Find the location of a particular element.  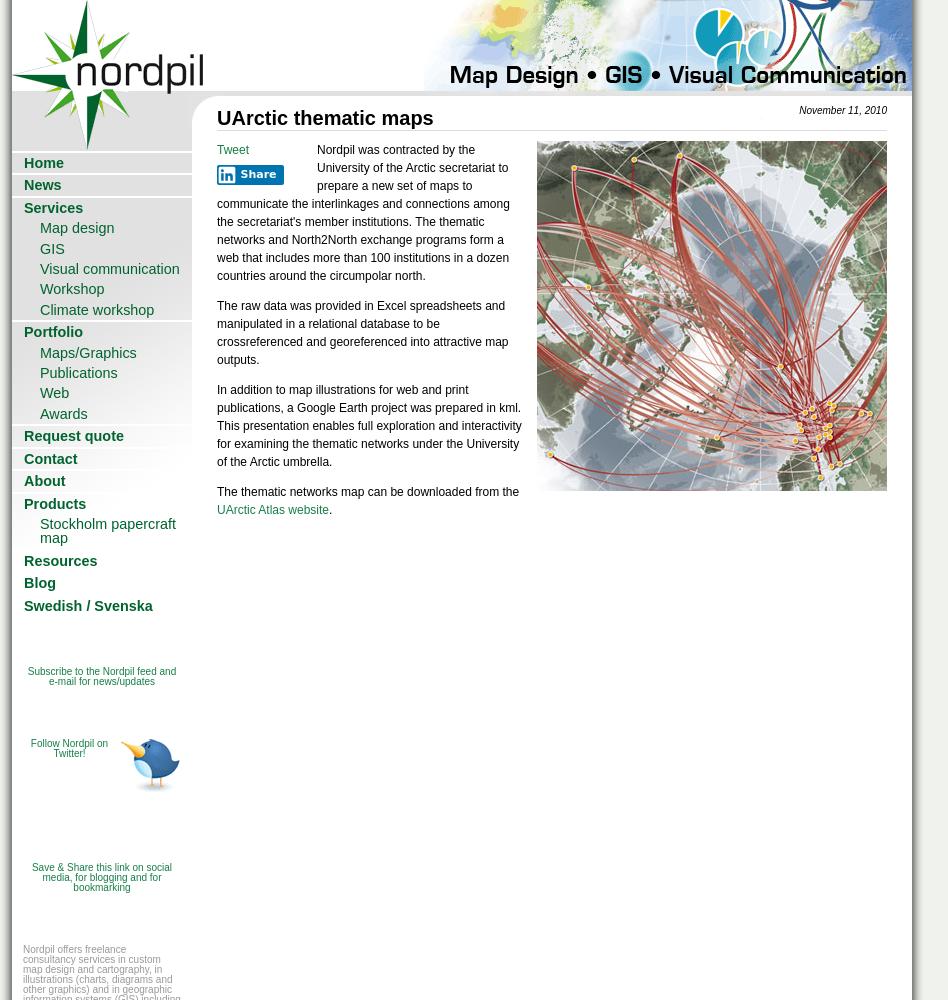

'Resources' is located at coordinates (60, 560).